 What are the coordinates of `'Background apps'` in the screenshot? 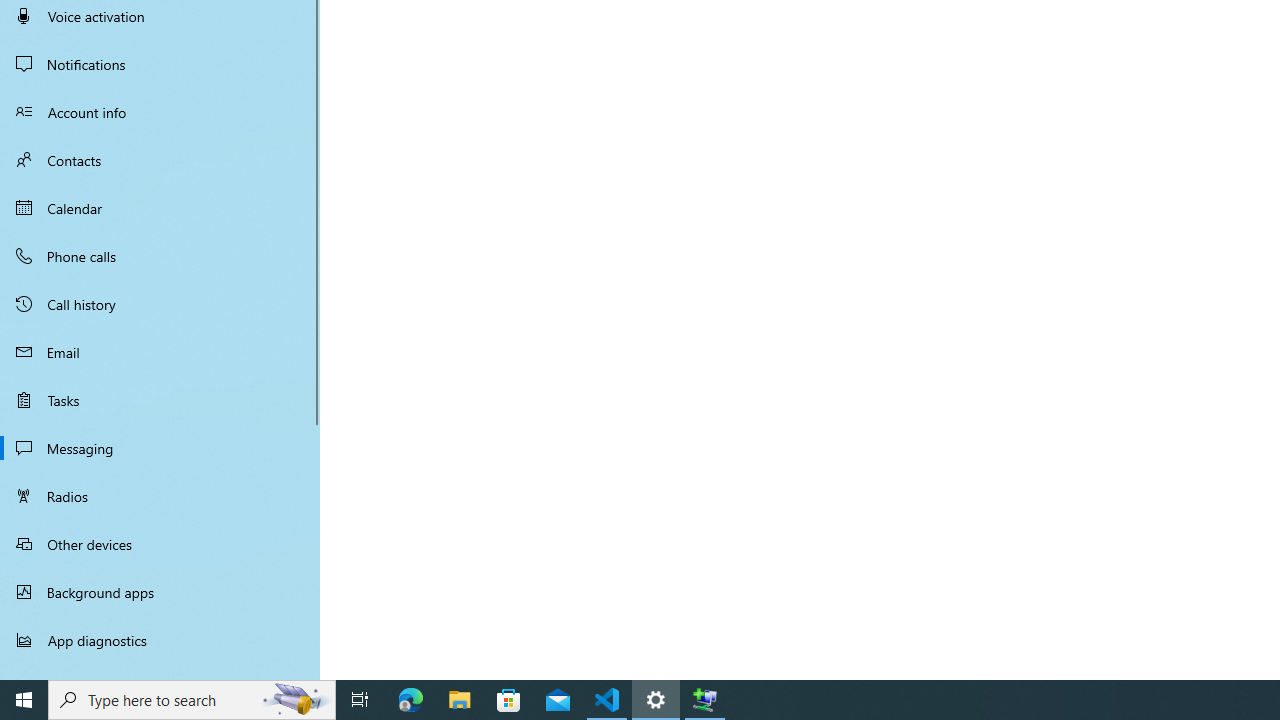 It's located at (160, 591).